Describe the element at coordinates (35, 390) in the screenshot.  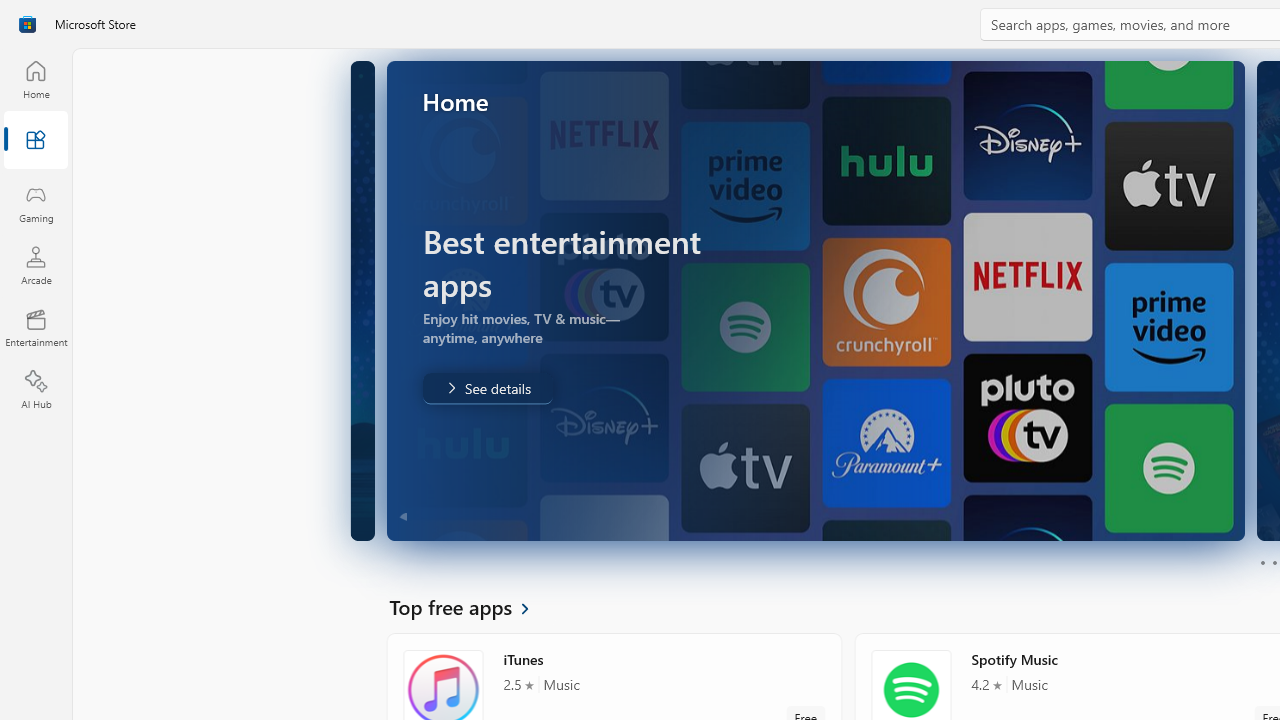
I see `'AI Hub'` at that location.